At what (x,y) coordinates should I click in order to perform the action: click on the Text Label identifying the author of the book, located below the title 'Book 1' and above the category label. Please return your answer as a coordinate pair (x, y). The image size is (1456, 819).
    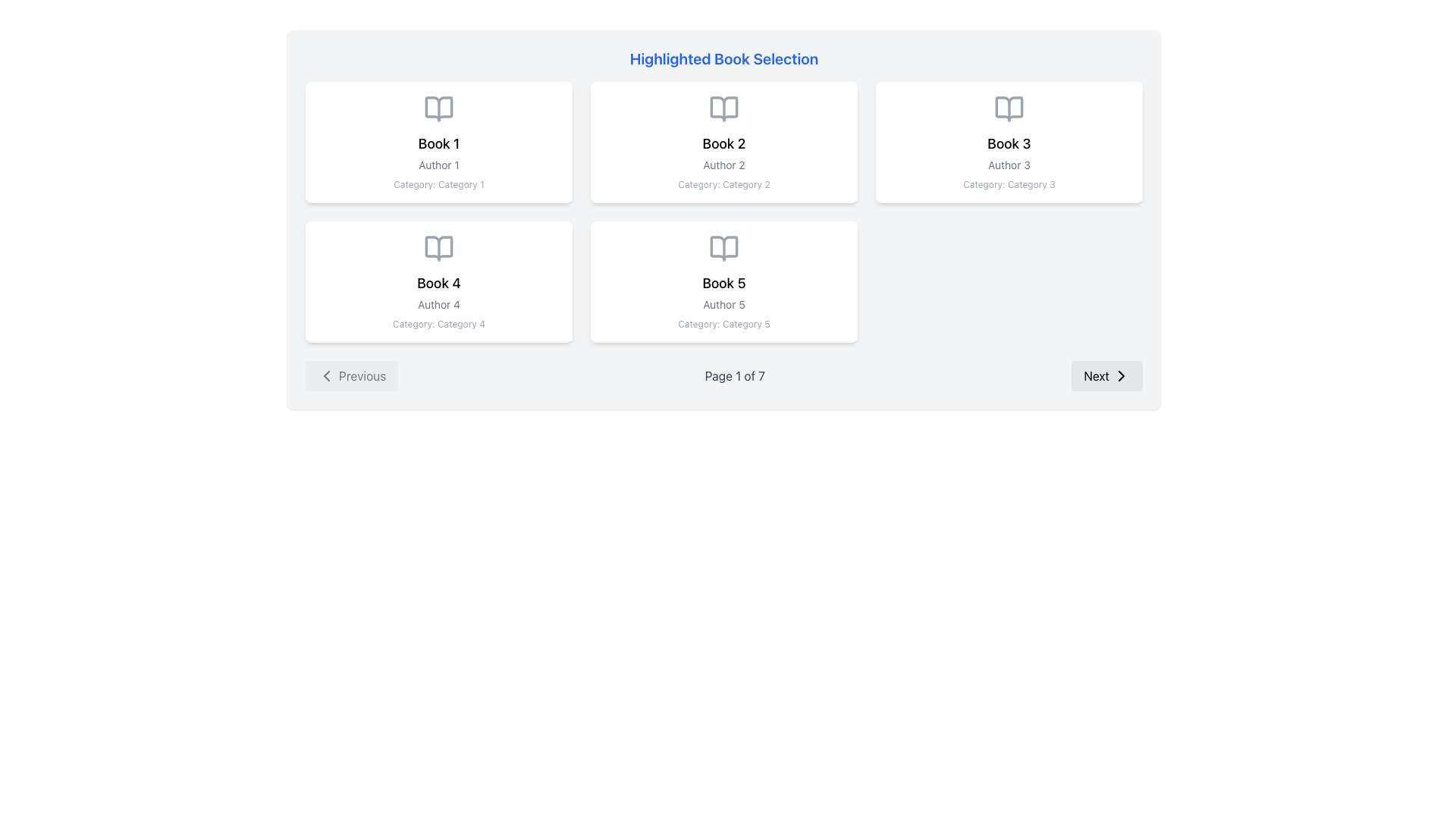
    Looking at the image, I should click on (438, 165).